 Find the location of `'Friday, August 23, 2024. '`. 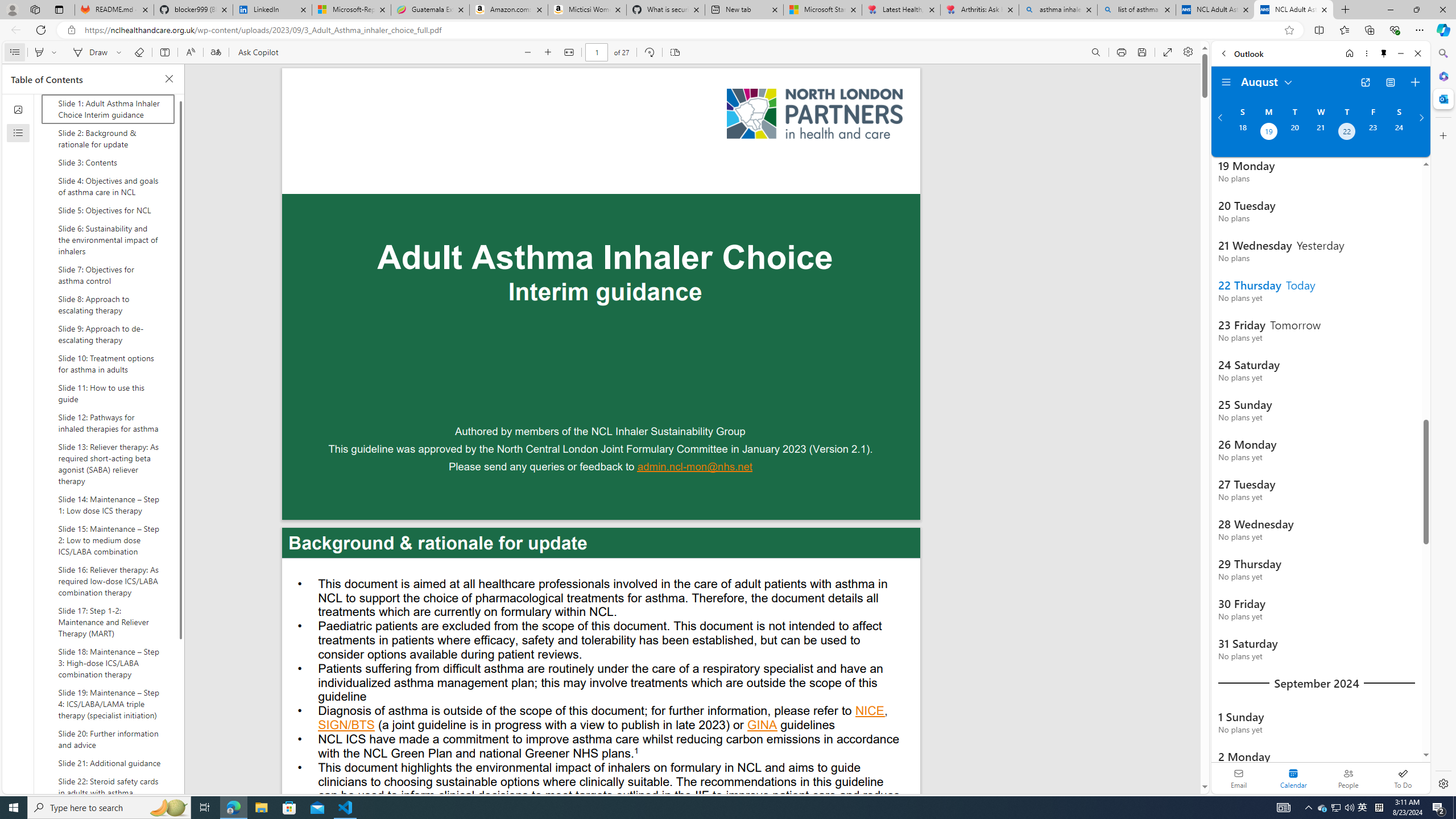

'Friday, August 23, 2024. ' is located at coordinates (1372, 133).